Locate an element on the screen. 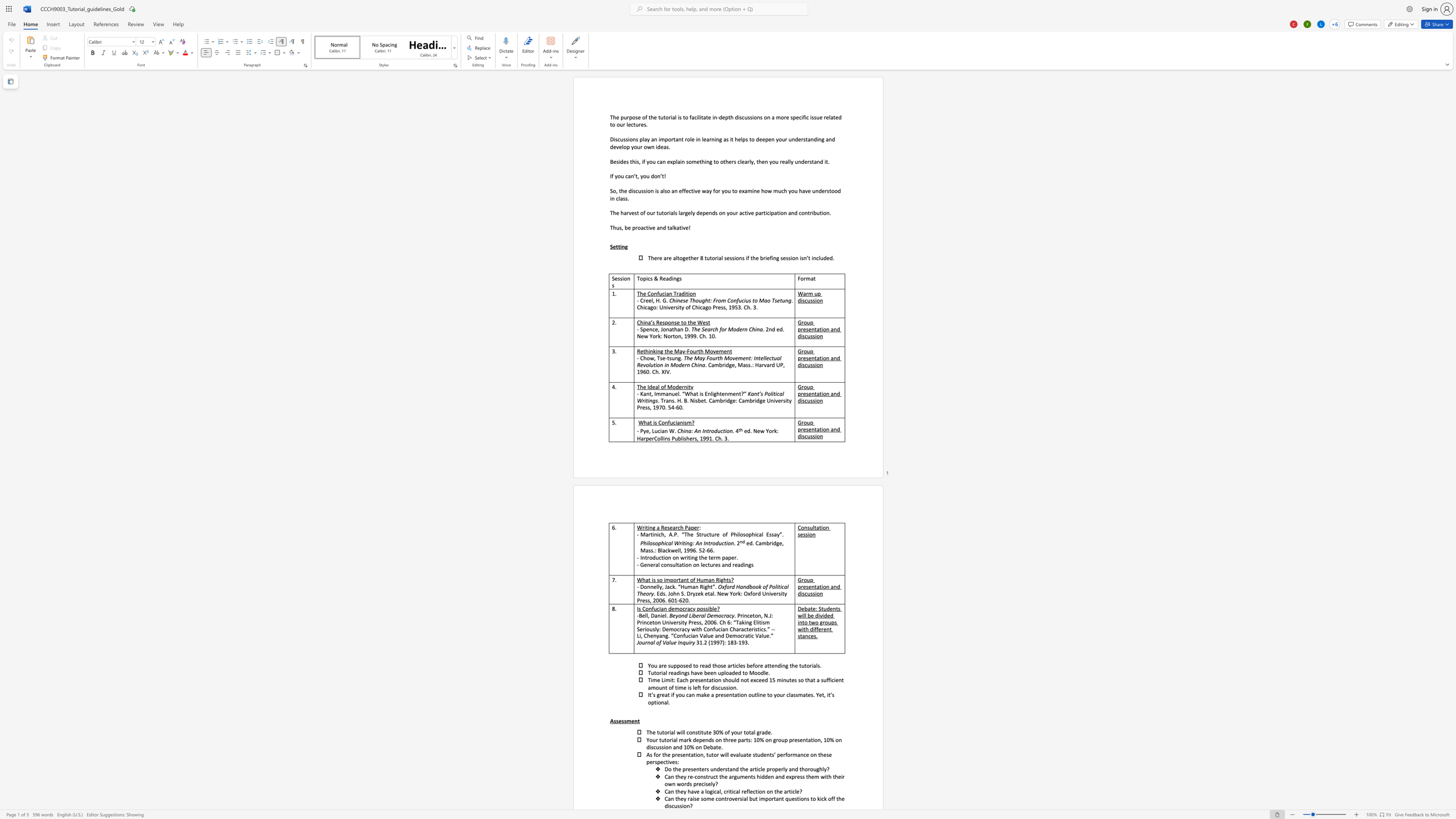  the space between the continuous character "a" and "c" in the text is located at coordinates (643, 227).